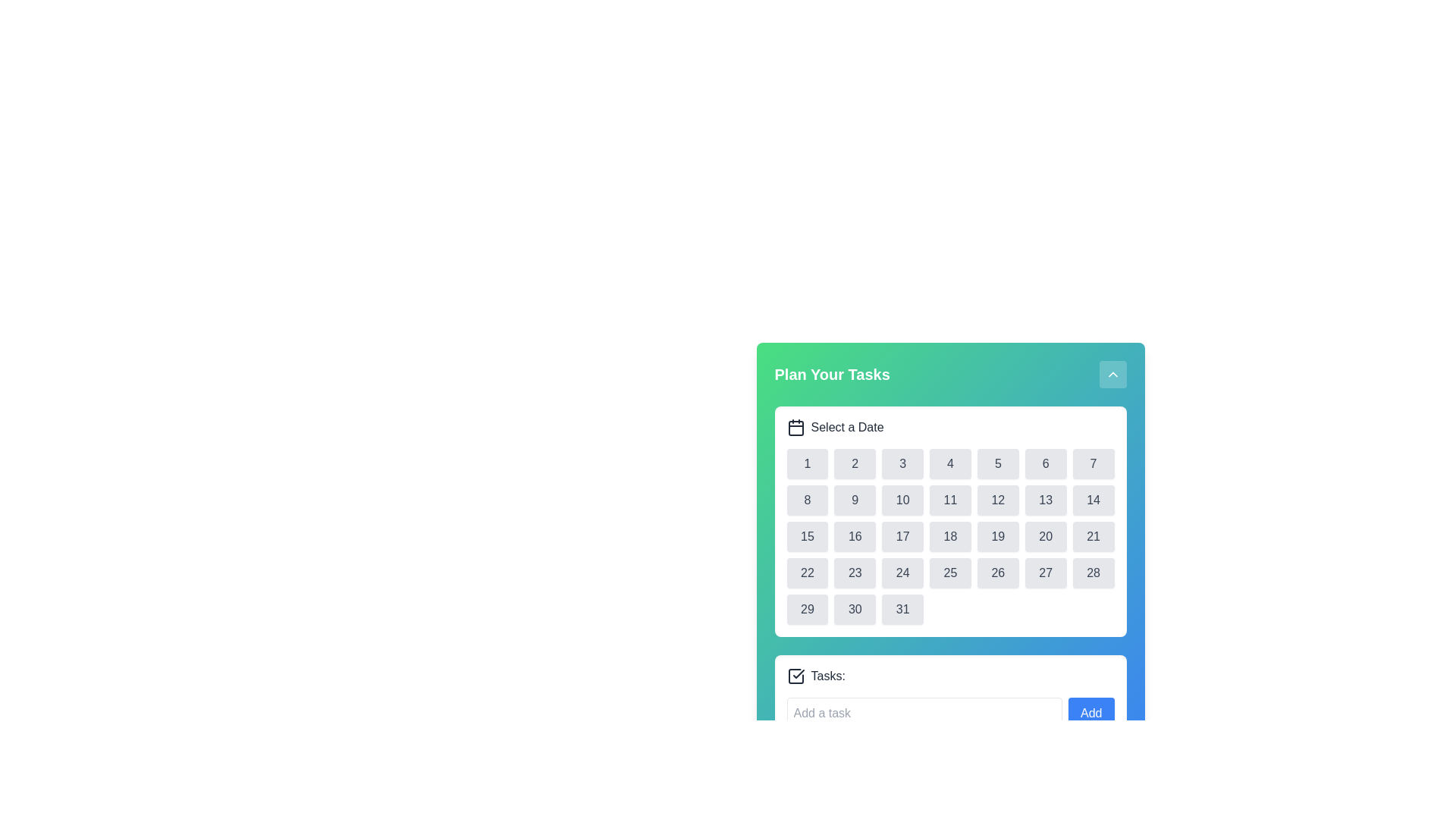 This screenshot has width=1456, height=819. What do you see at coordinates (831, 374) in the screenshot?
I see `the text element displaying 'Plan Your Tasks', which is styled with a larger font size and bold weight, located at the top-left corner of the interface within a green background gradient bar` at bounding box center [831, 374].